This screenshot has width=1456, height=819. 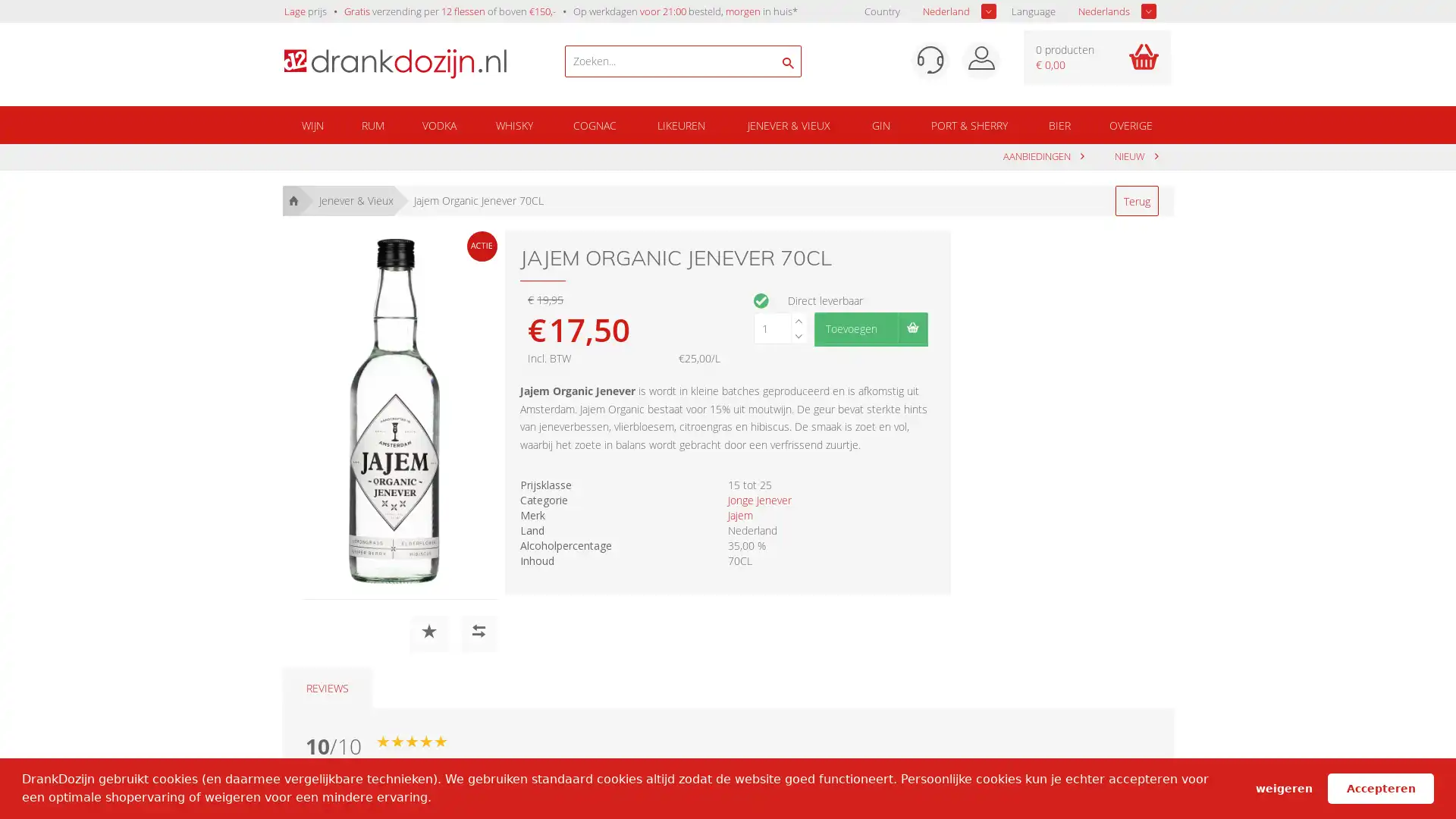 I want to click on REVIEWS, so click(x=326, y=688).